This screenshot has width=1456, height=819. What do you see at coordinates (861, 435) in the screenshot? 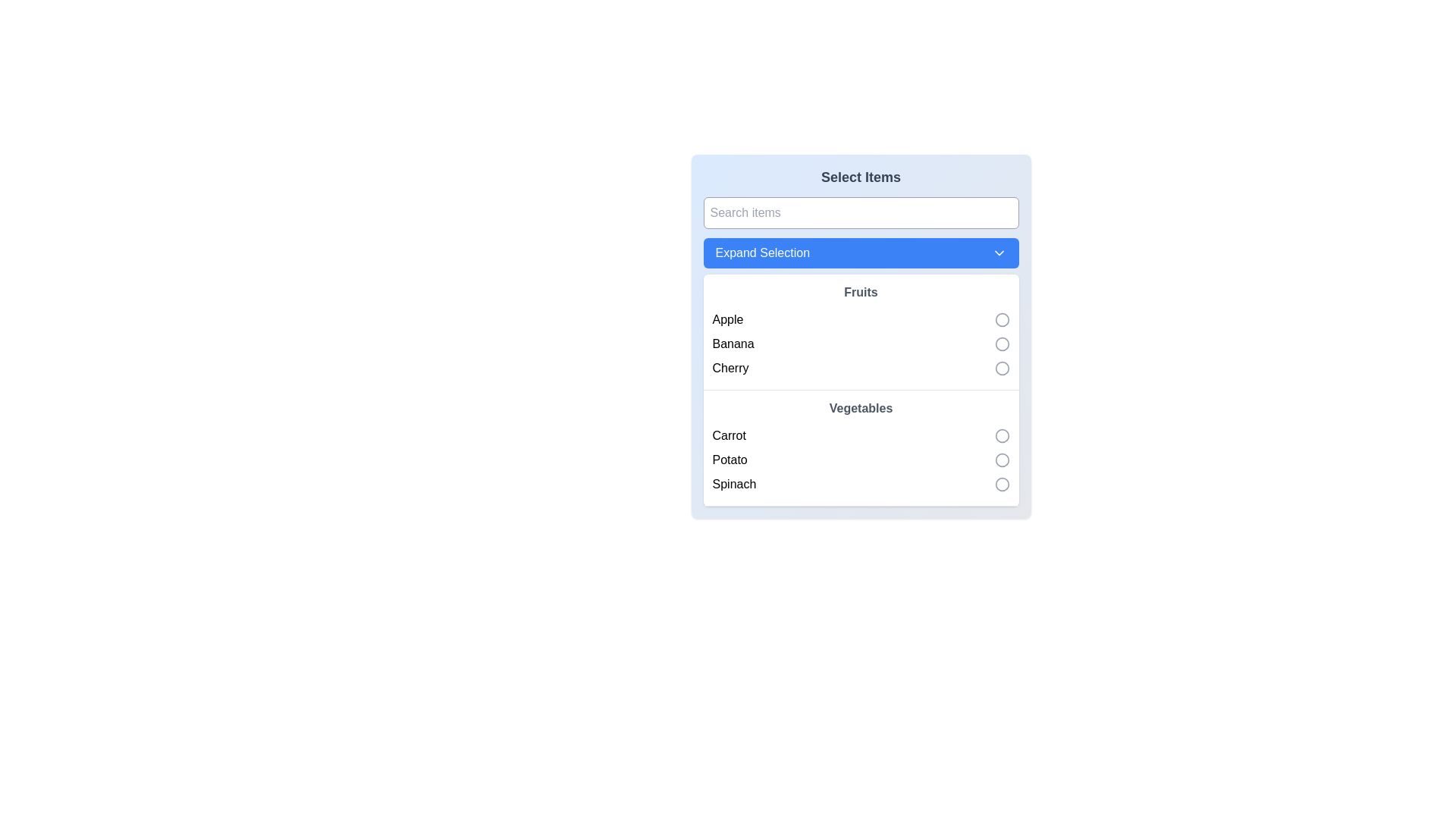
I see `the list item labeled 'Carrot'` at bounding box center [861, 435].